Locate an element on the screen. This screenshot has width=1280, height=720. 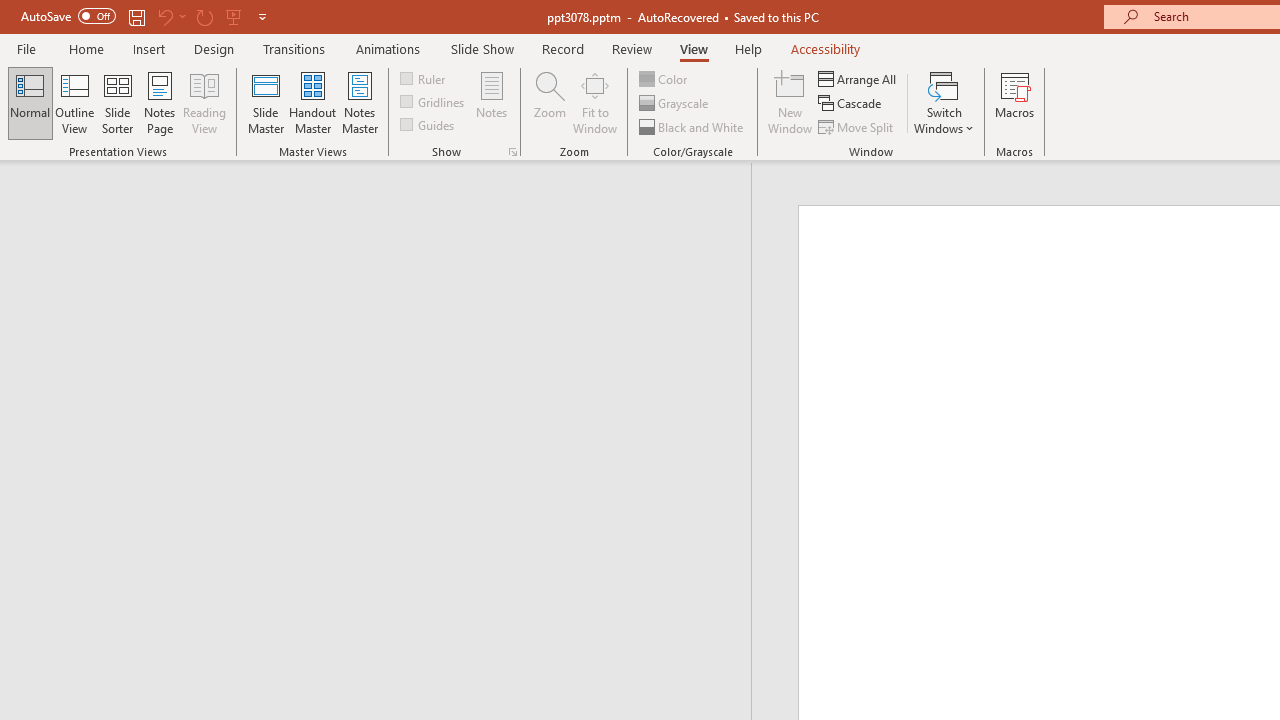
'New Window' is located at coordinates (789, 103).